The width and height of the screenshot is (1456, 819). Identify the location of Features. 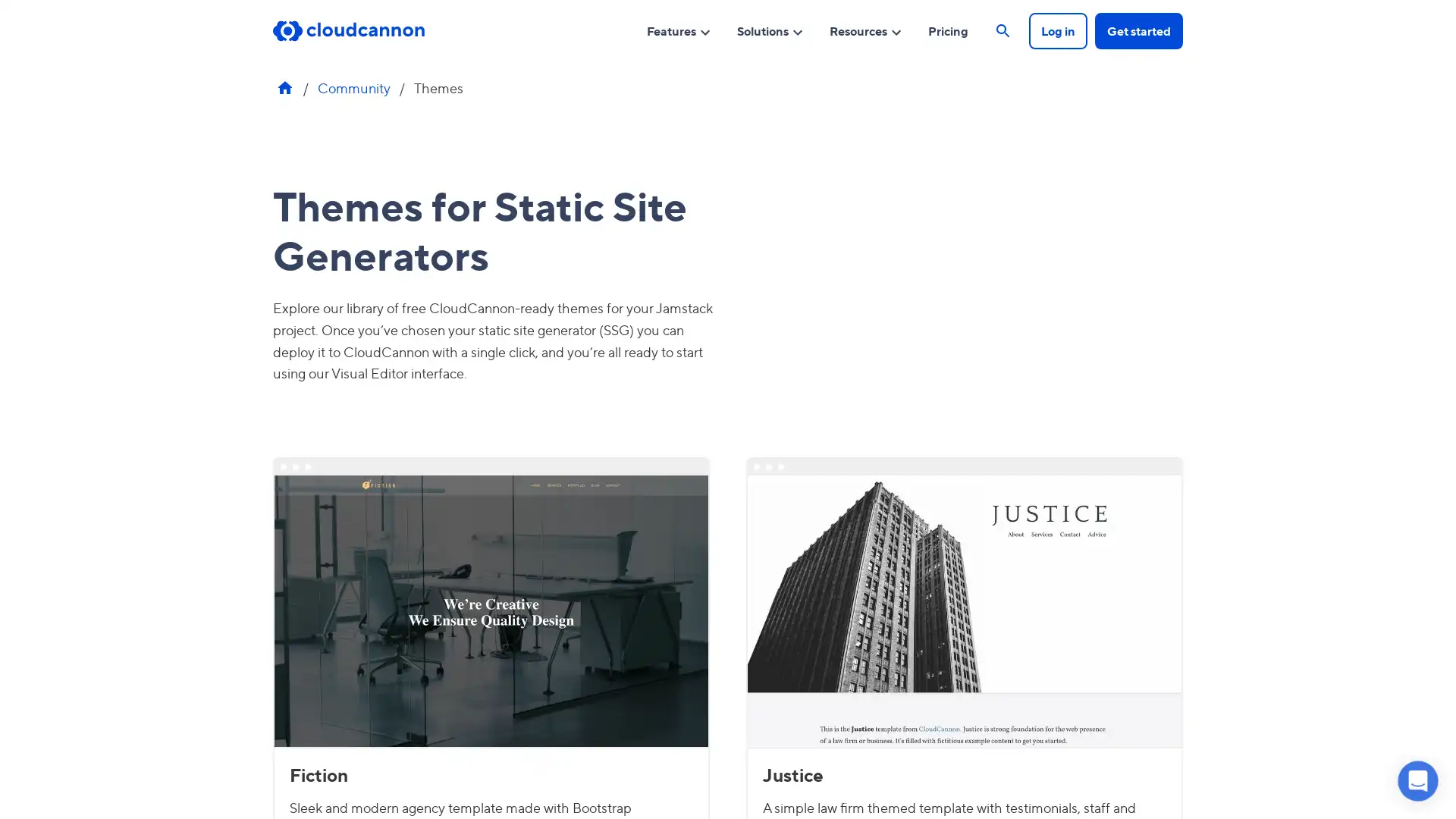
(678, 30).